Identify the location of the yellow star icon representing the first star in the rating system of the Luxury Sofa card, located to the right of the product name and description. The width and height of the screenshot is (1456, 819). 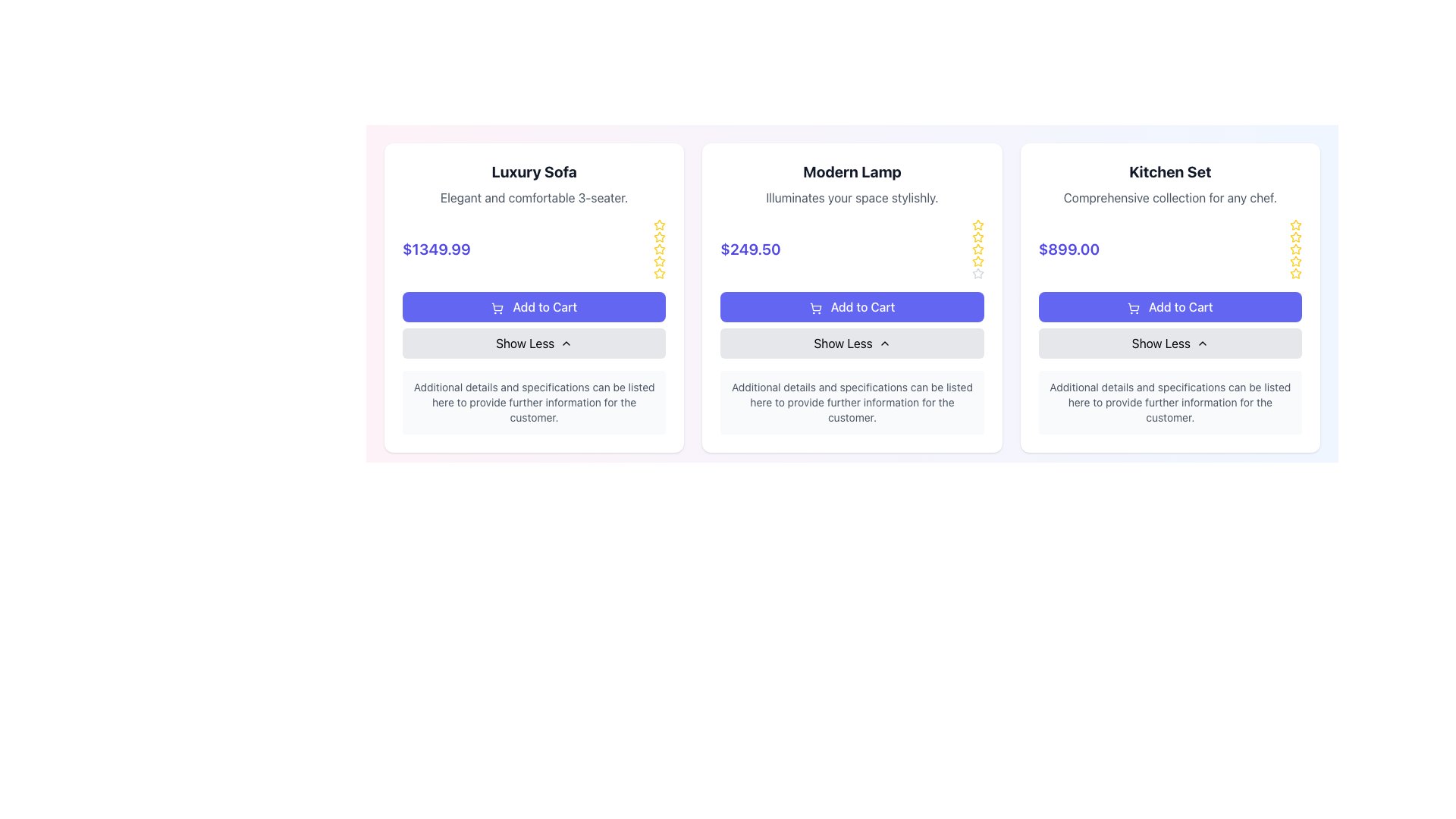
(660, 224).